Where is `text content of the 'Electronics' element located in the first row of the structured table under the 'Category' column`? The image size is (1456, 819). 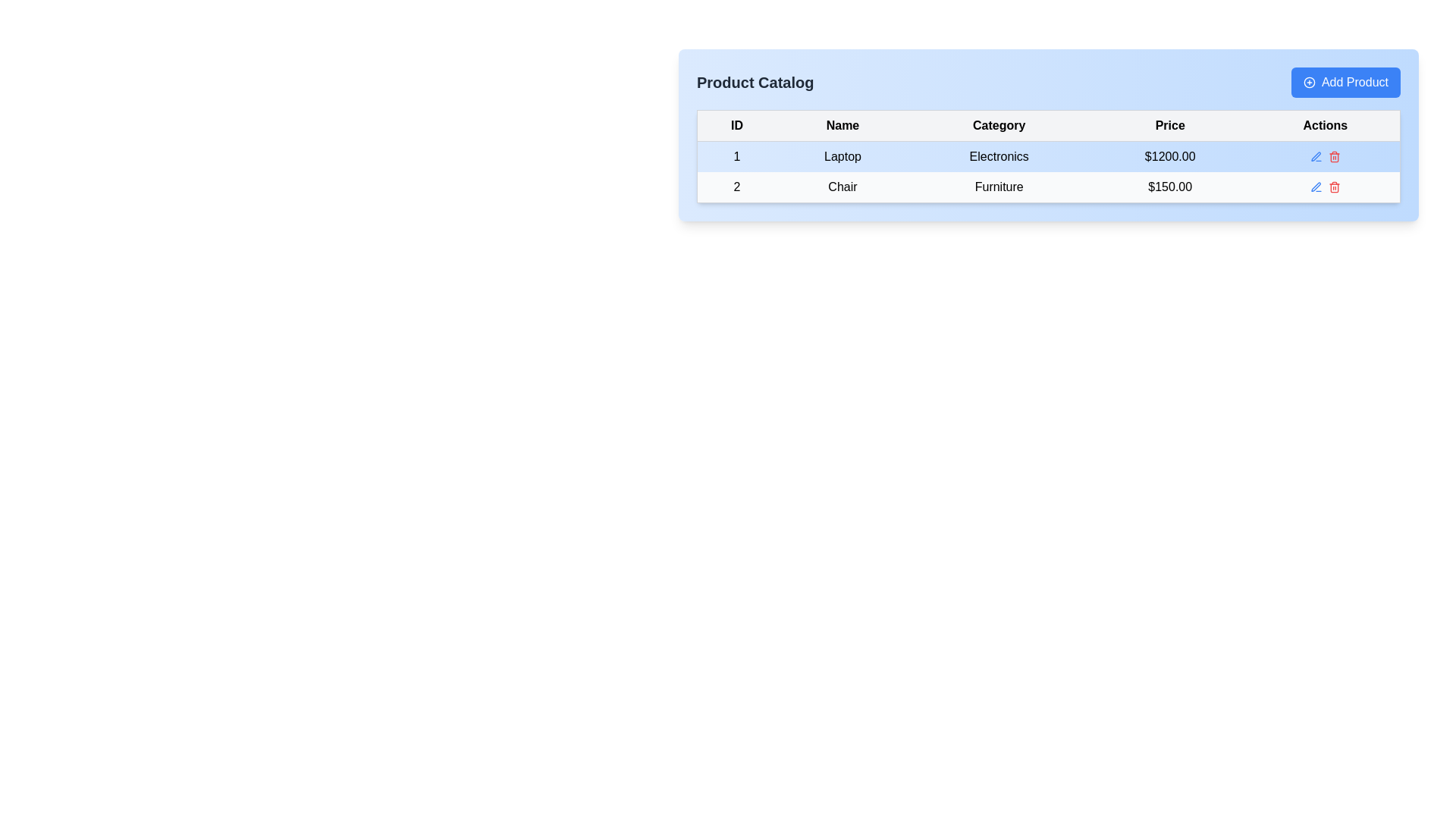 text content of the 'Electronics' element located in the first row of the structured table under the 'Category' column is located at coordinates (999, 156).